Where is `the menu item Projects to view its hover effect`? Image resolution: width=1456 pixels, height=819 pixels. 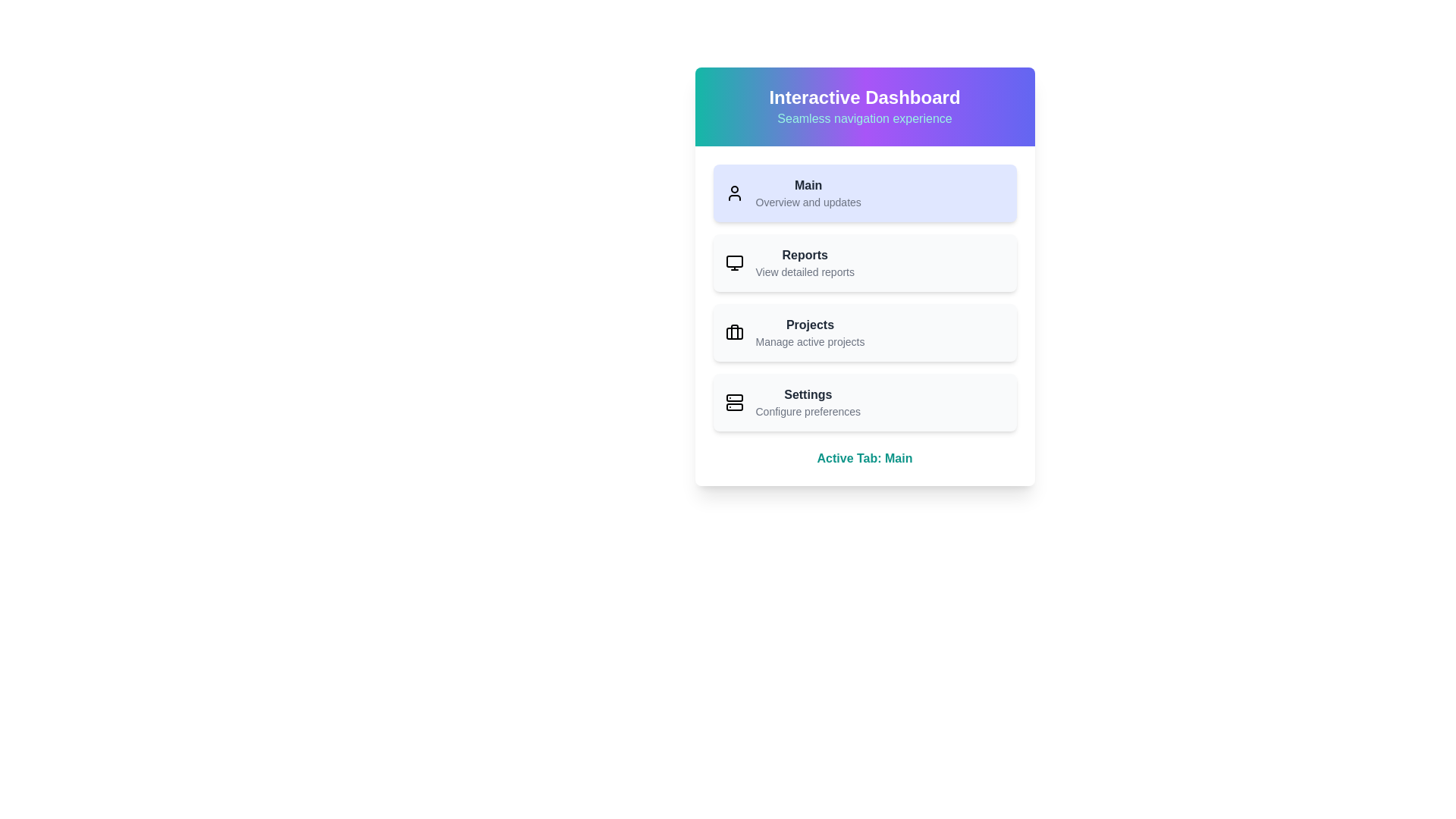
the menu item Projects to view its hover effect is located at coordinates (864, 332).